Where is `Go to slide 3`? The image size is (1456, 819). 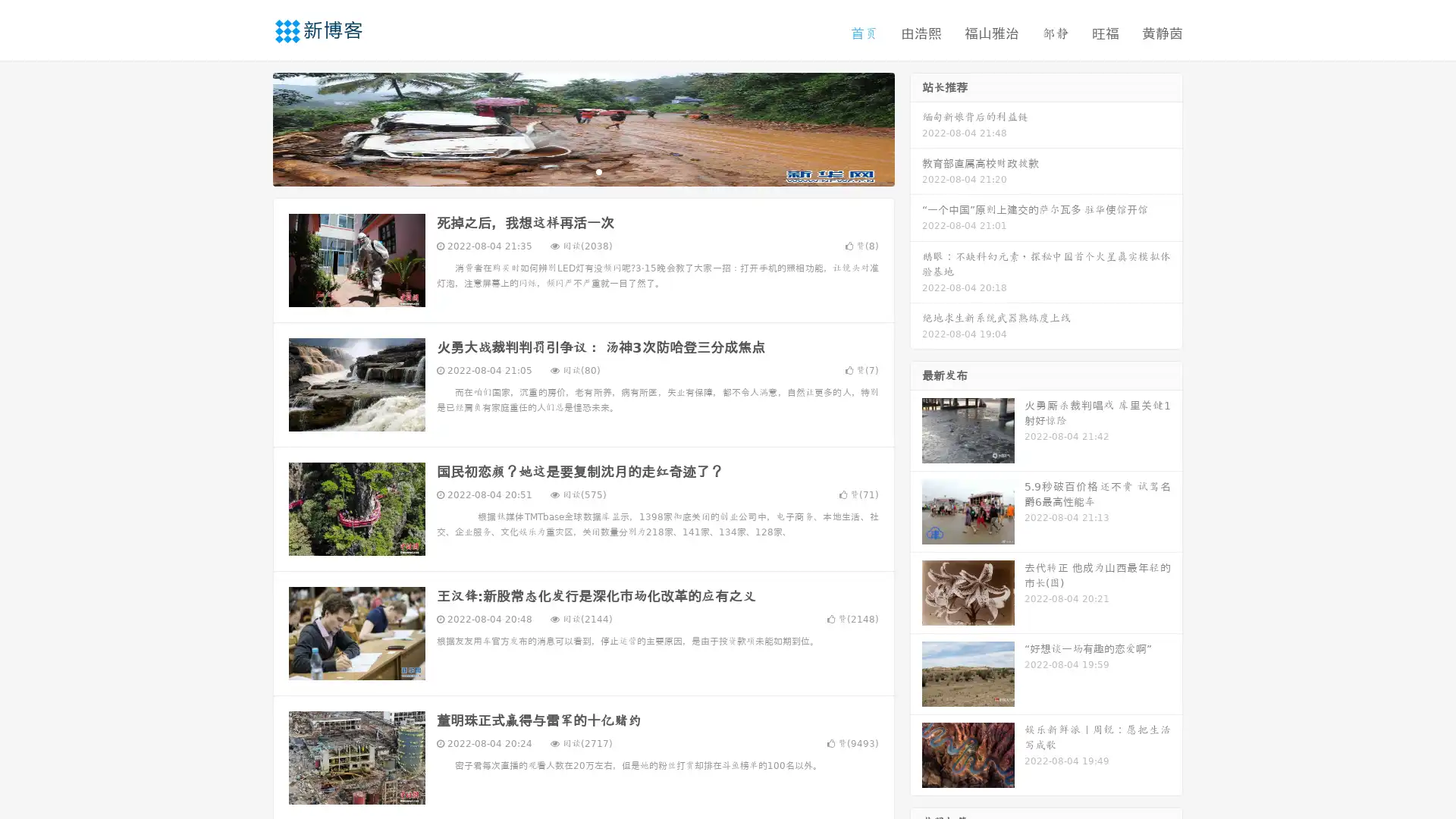 Go to slide 3 is located at coordinates (598, 171).